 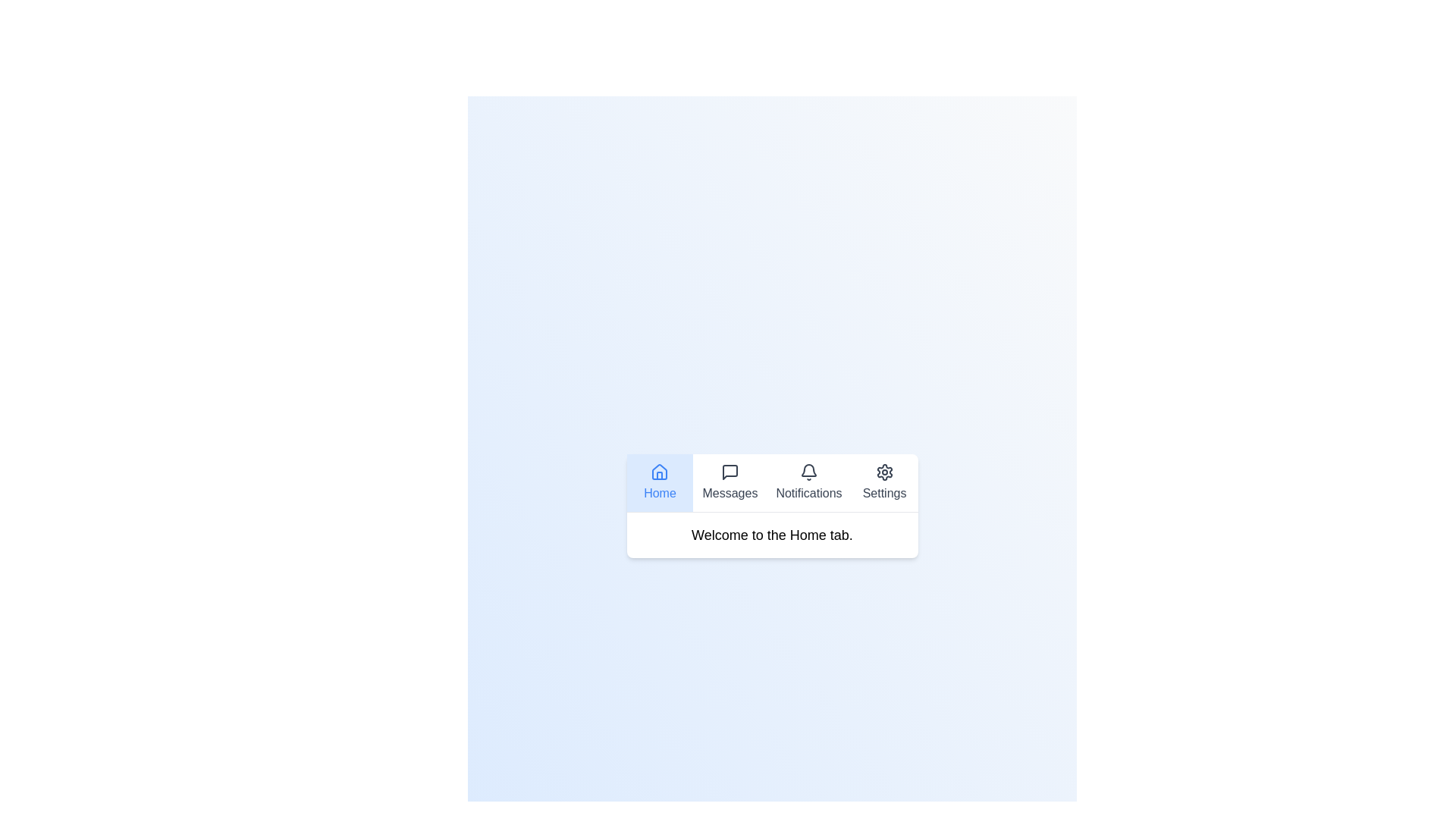 I want to click on the blue house icon located above the 'Home' label, so click(x=660, y=471).